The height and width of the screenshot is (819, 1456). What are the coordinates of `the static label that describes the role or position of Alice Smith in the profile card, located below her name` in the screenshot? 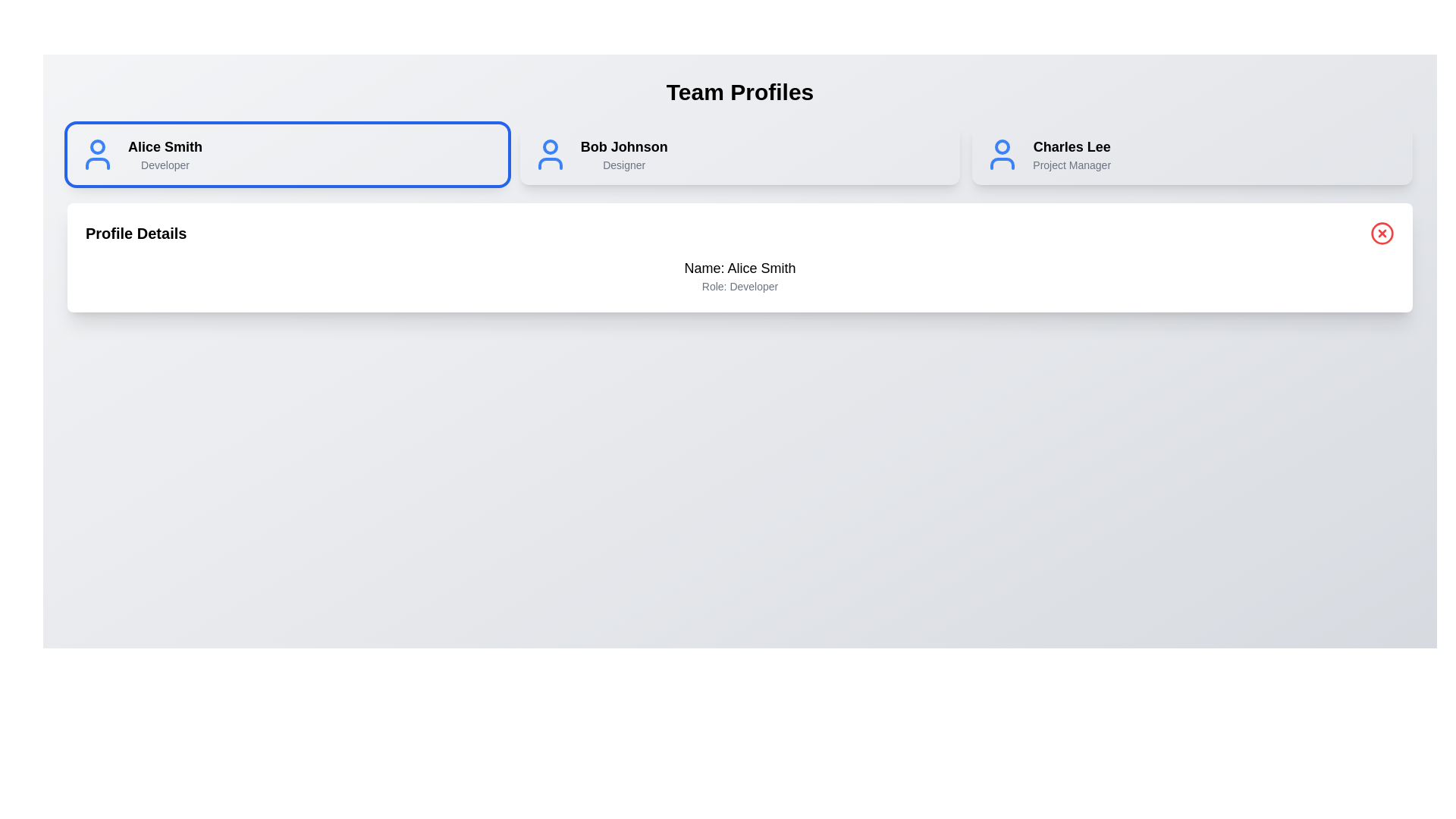 It's located at (165, 165).